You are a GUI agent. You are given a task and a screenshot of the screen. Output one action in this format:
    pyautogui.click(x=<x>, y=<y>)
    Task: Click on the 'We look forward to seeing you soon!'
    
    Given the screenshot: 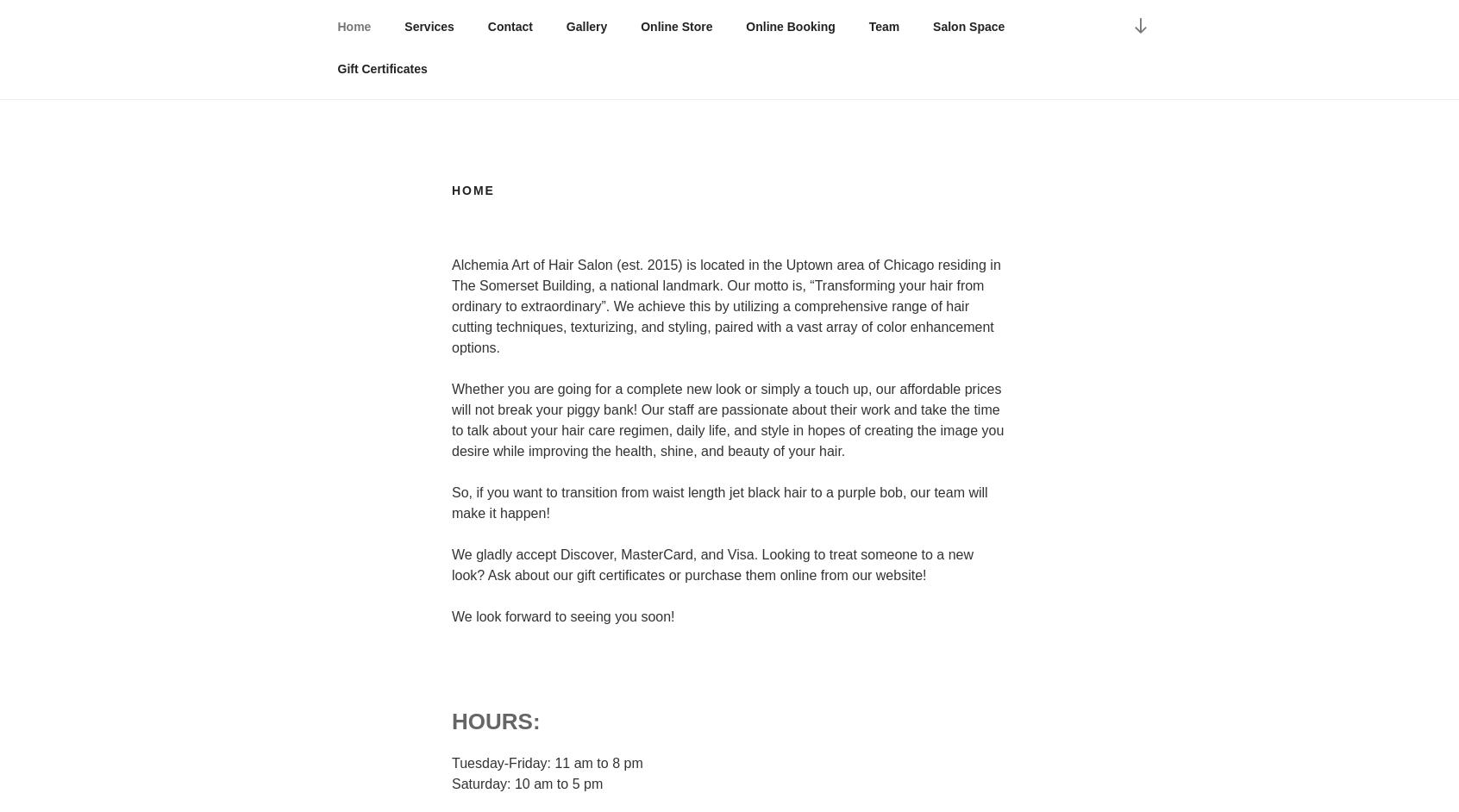 What is the action you would take?
    pyautogui.click(x=562, y=615)
    